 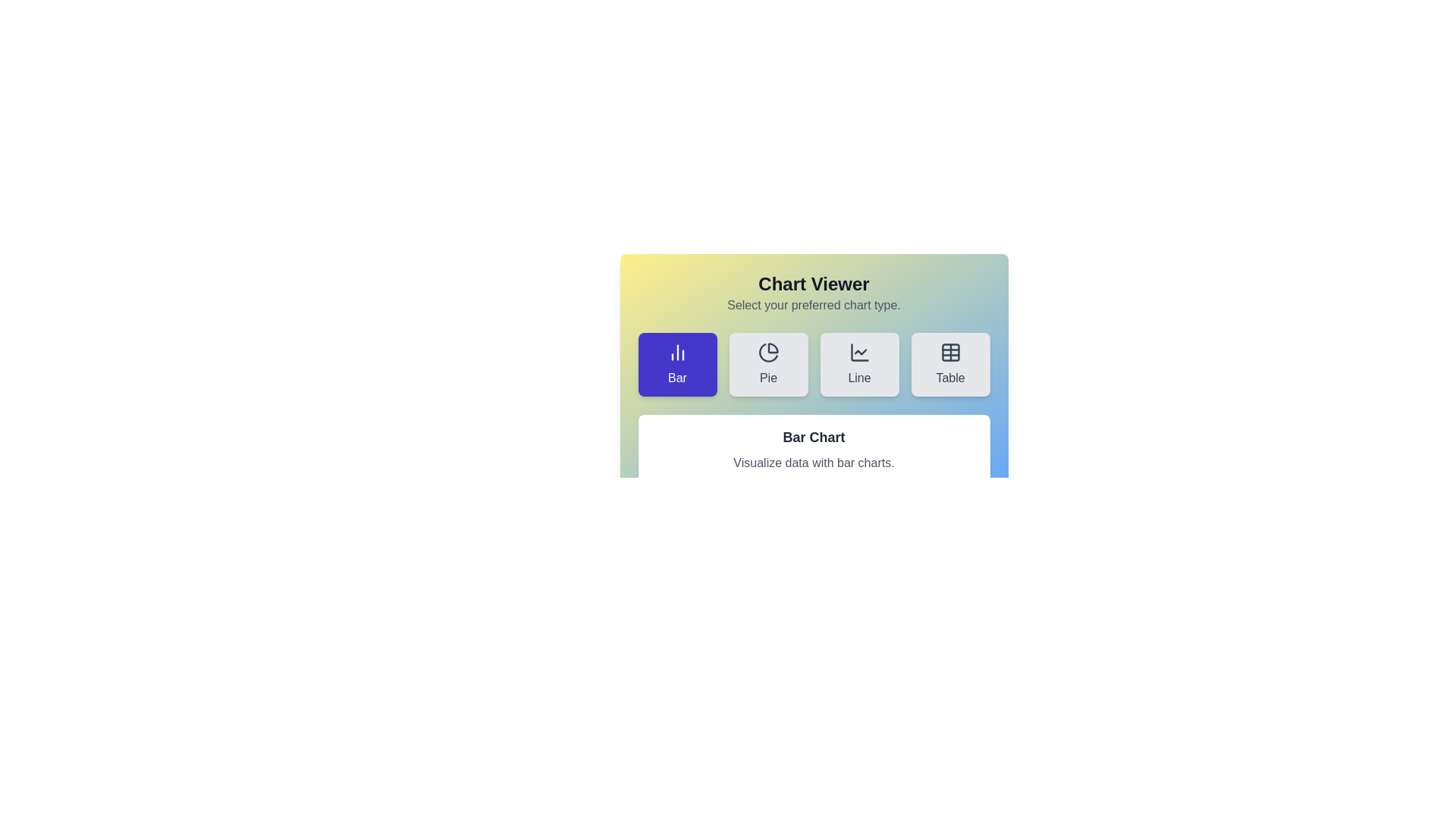 What do you see at coordinates (949, 353) in the screenshot?
I see `the 'Table' view icon, which is the fourth button in the row of chart type selections, to switch the display to a tabular data representation` at bounding box center [949, 353].